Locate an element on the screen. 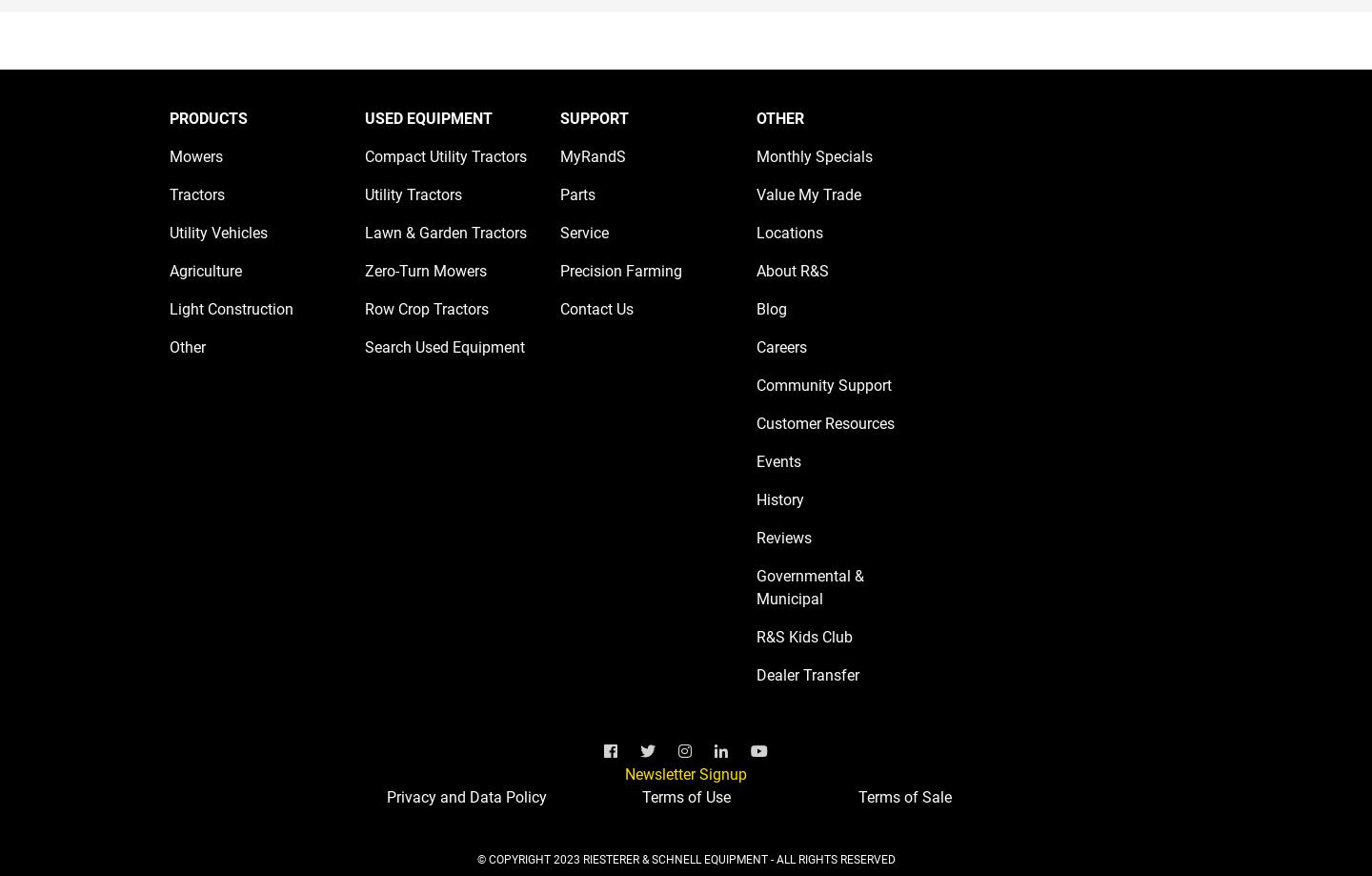 This screenshot has height=876, width=1372. '© COPYRIGHT 2023 RIESTERER & SCHNELL EQUIPMENT - ALL RIGHTS RESERVED' is located at coordinates (685, 858).